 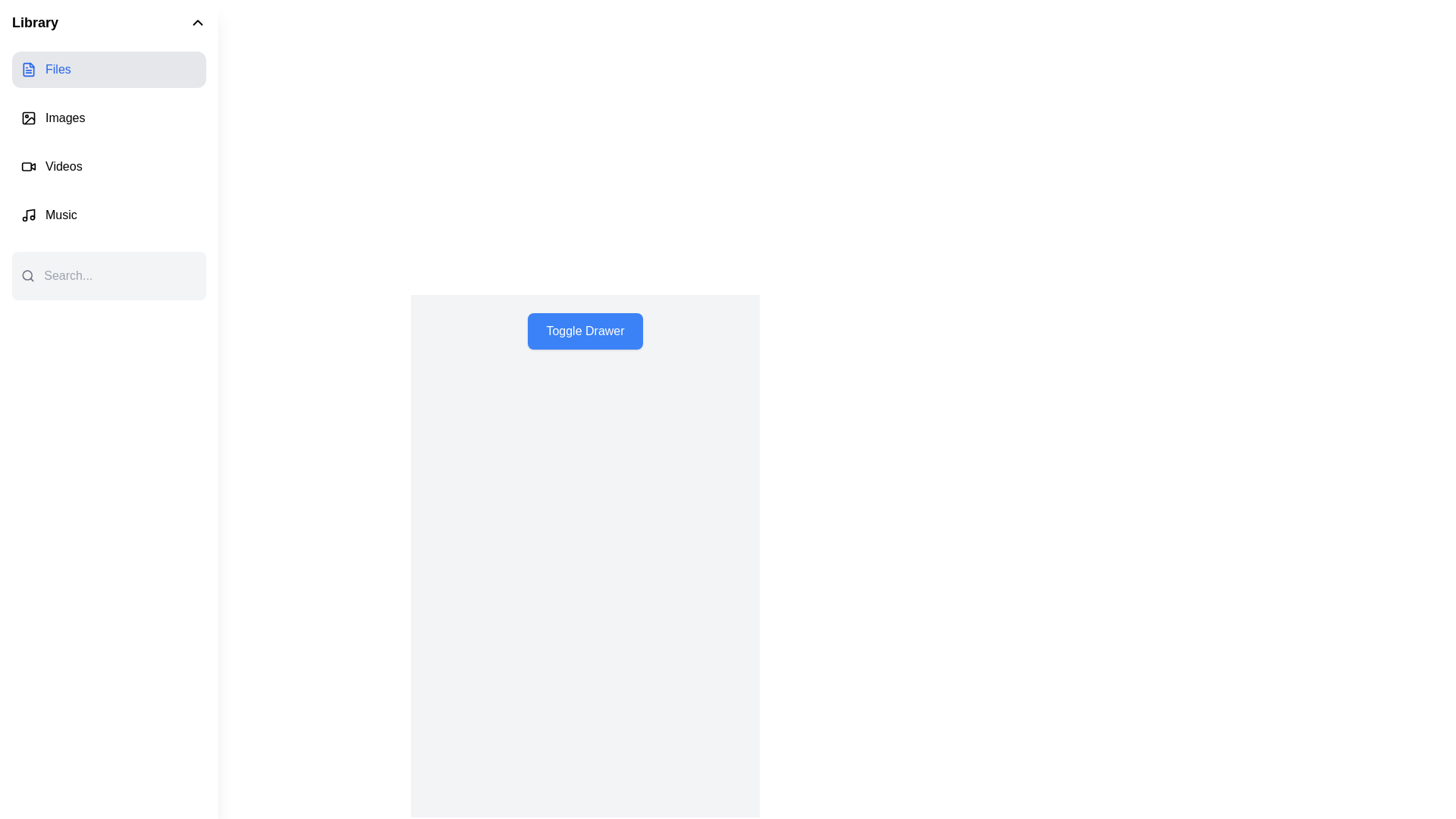 What do you see at coordinates (585, 330) in the screenshot?
I see `the rectangular button labeled 'Toggle Drawer' with a blue background and white text` at bounding box center [585, 330].